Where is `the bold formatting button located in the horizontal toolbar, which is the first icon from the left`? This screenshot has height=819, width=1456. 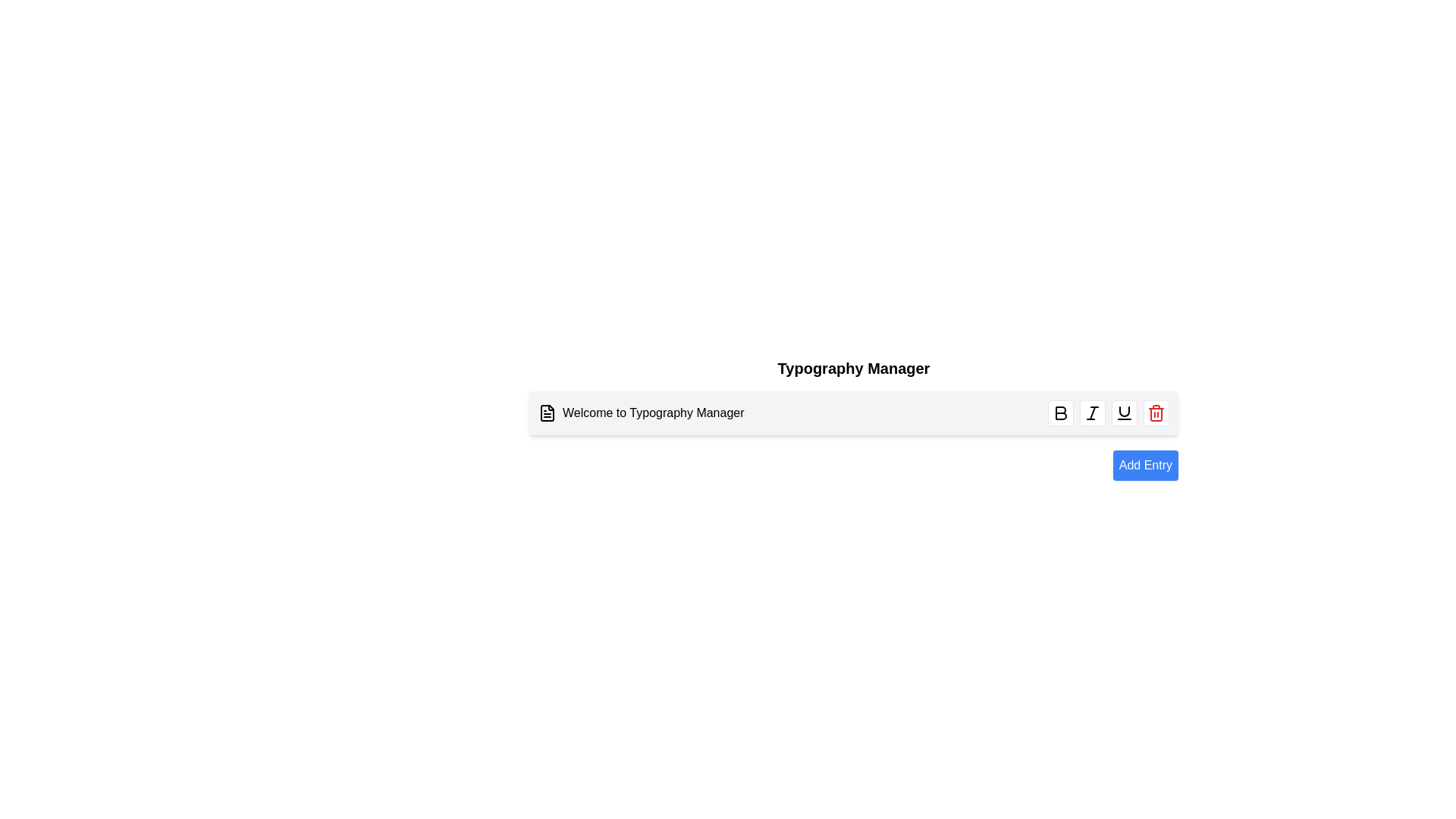 the bold formatting button located in the horizontal toolbar, which is the first icon from the left is located at coordinates (1059, 413).